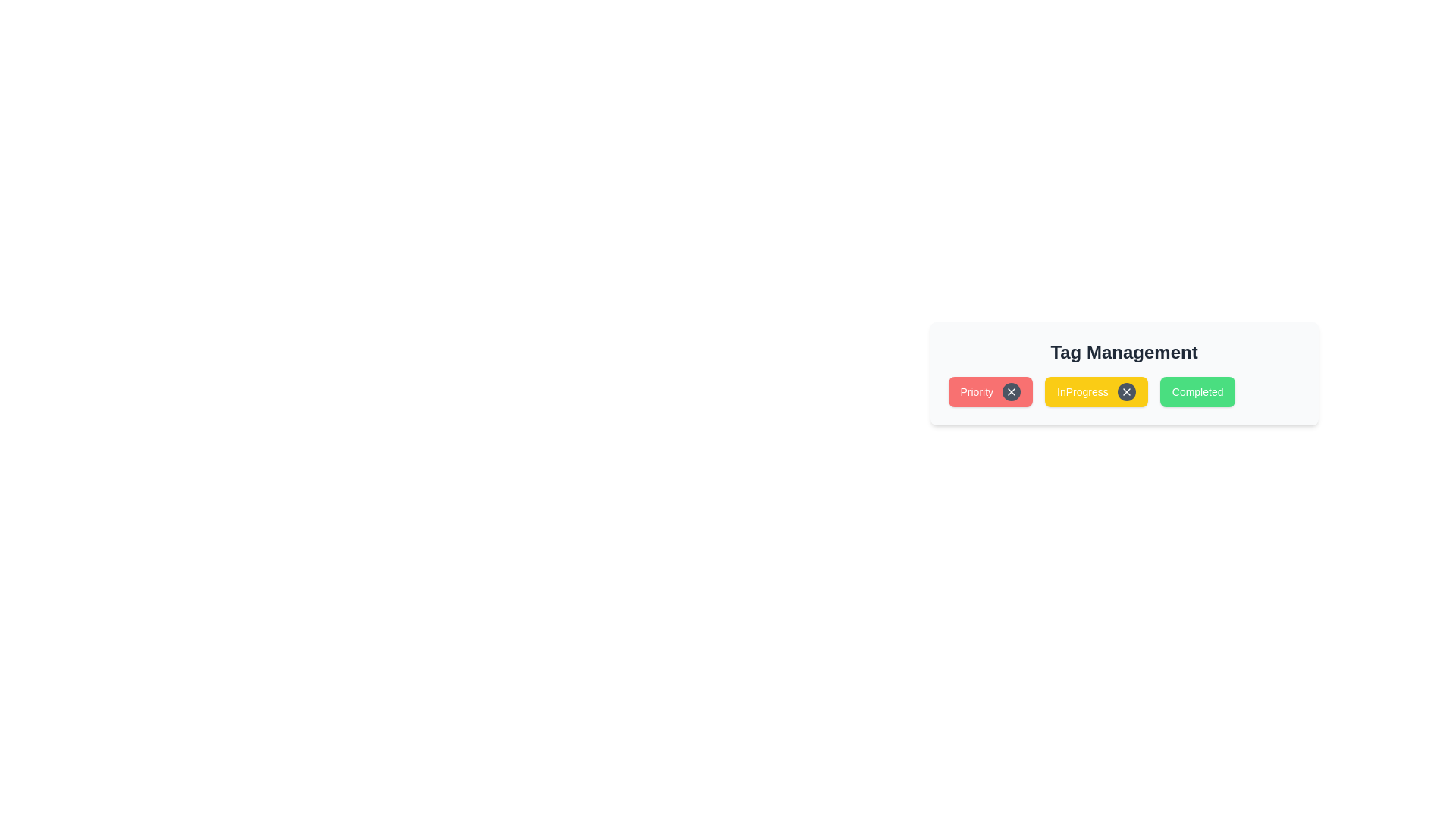 This screenshot has height=819, width=1456. Describe the element at coordinates (1126, 391) in the screenshot. I see `the close button of the InProgress tag` at that location.